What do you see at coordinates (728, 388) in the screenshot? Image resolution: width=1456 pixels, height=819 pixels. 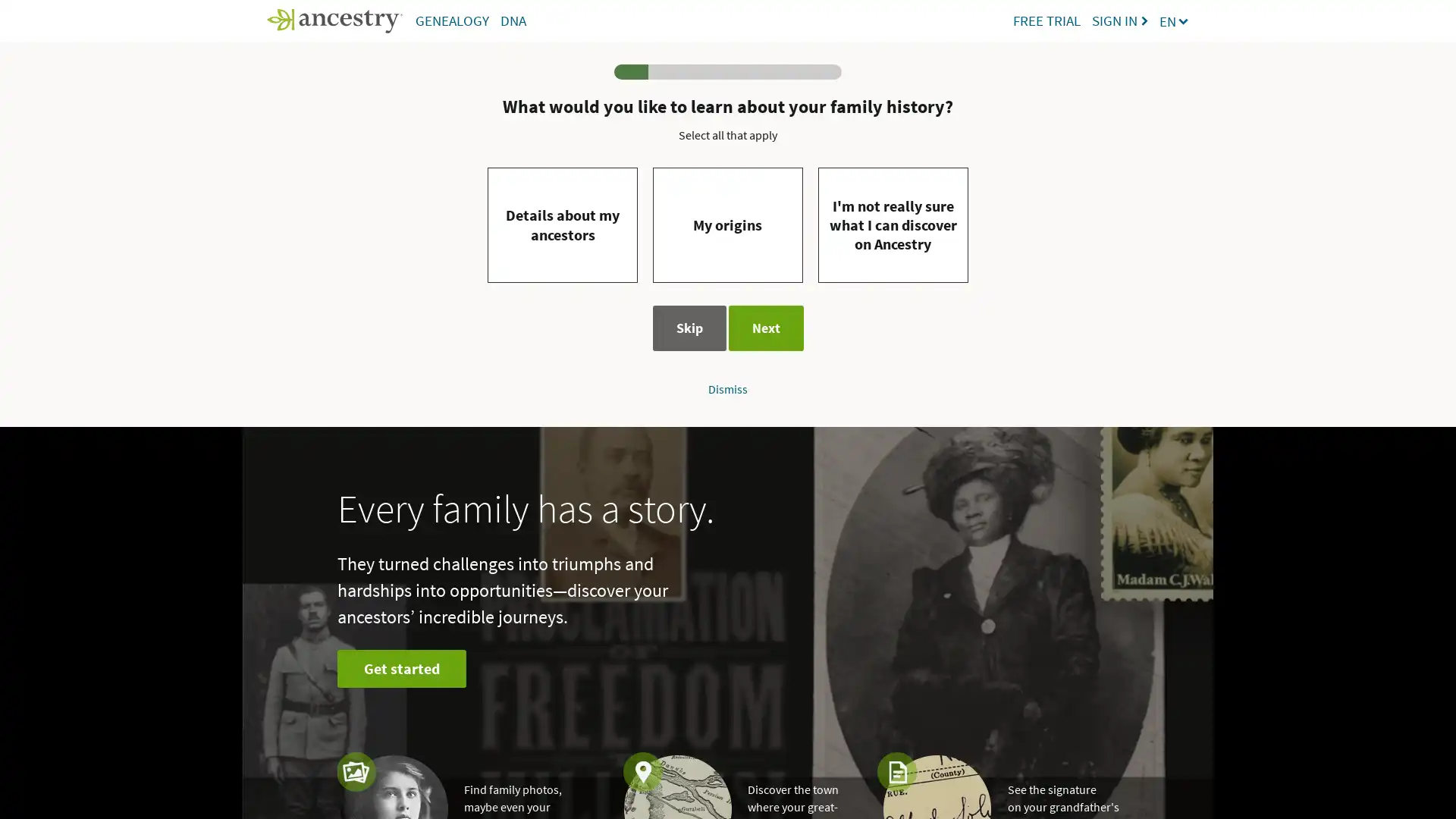 I see `Dismiss` at bounding box center [728, 388].